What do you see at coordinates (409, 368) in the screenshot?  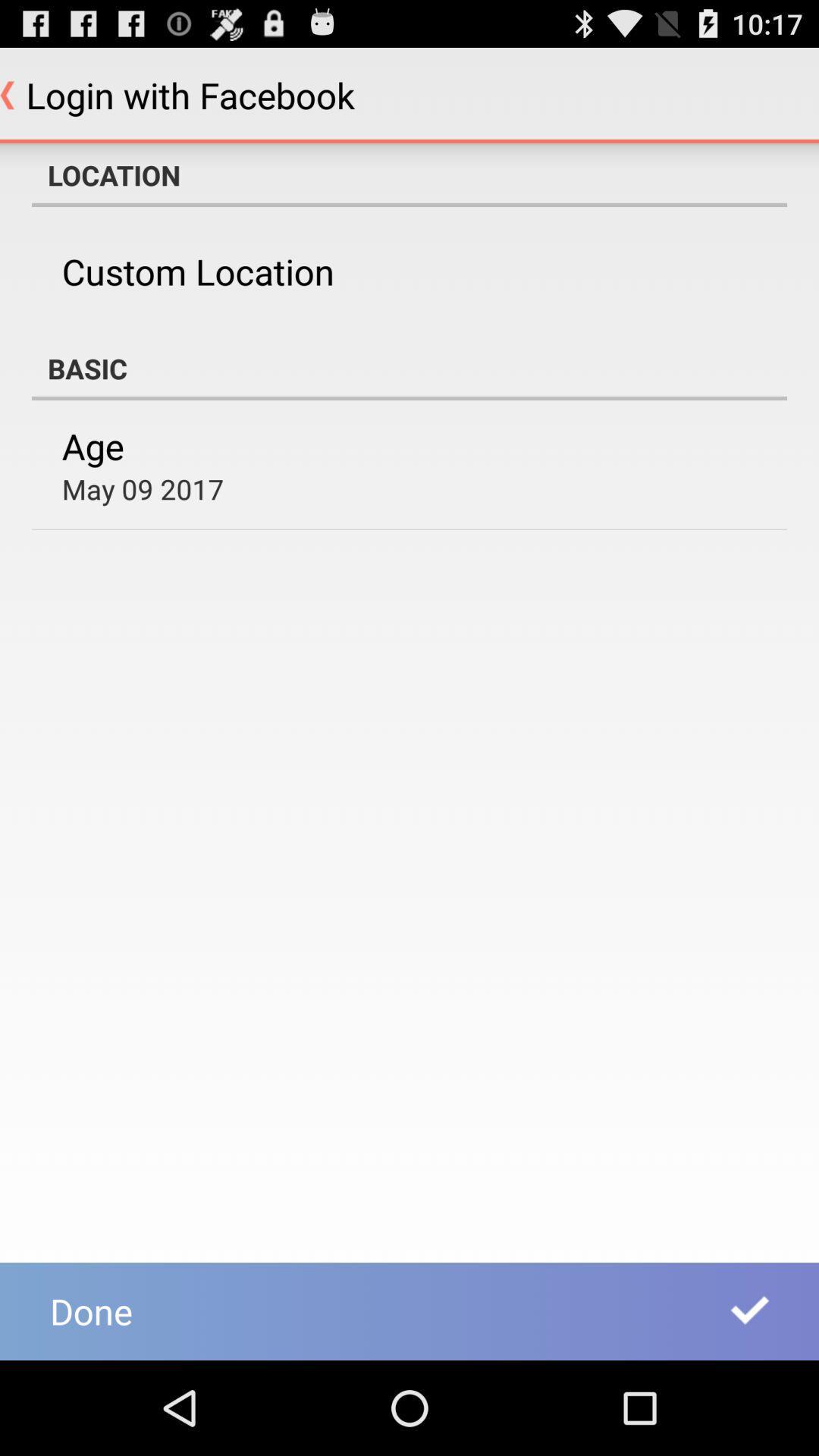 I see `the basic item` at bounding box center [409, 368].